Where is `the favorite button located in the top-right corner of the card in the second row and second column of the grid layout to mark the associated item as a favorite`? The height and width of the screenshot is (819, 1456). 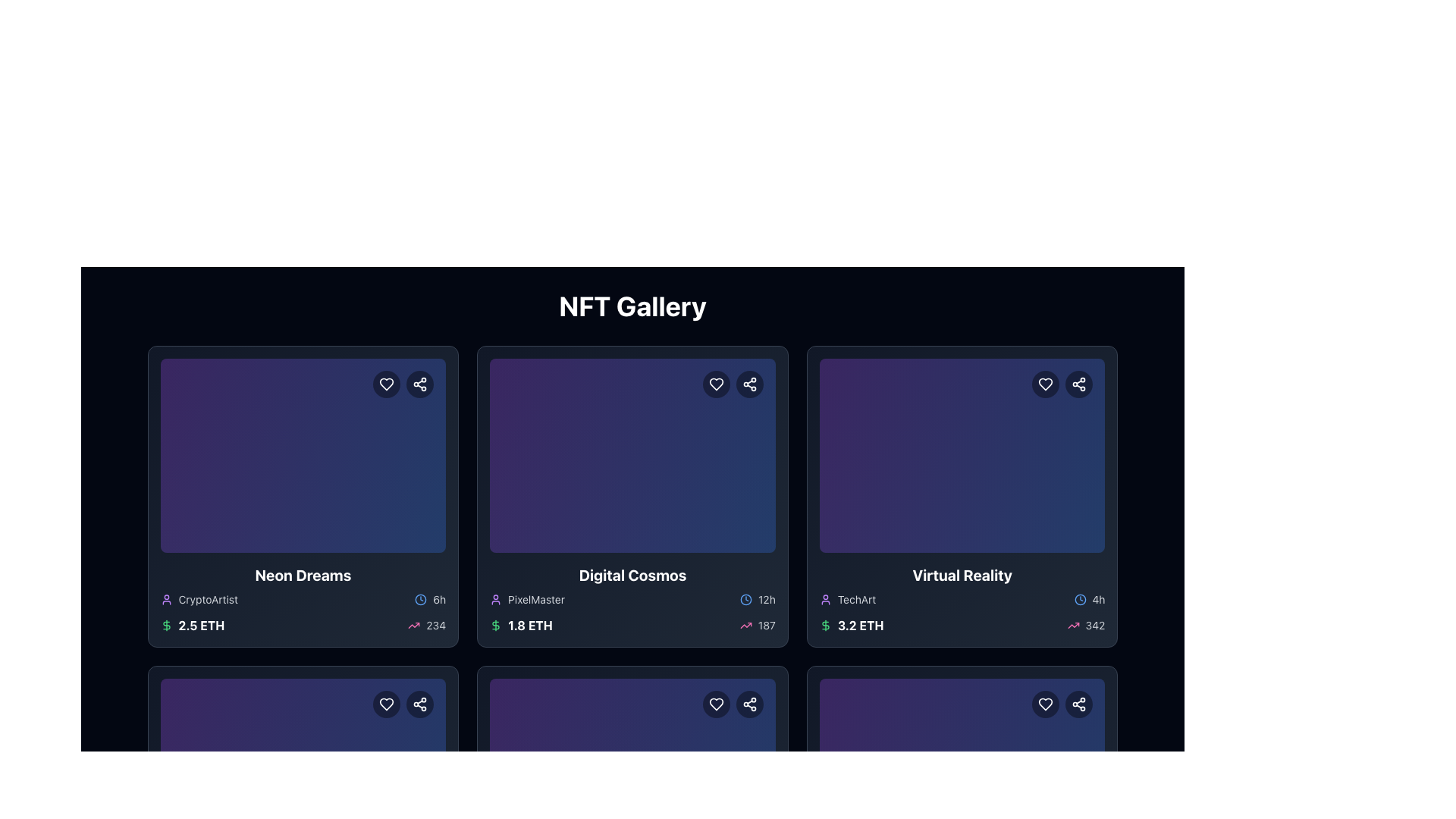 the favorite button located in the top-right corner of the card in the second row and second column of the grid layout to mark the associated item as a favorite is located at coordinates (715, 704).